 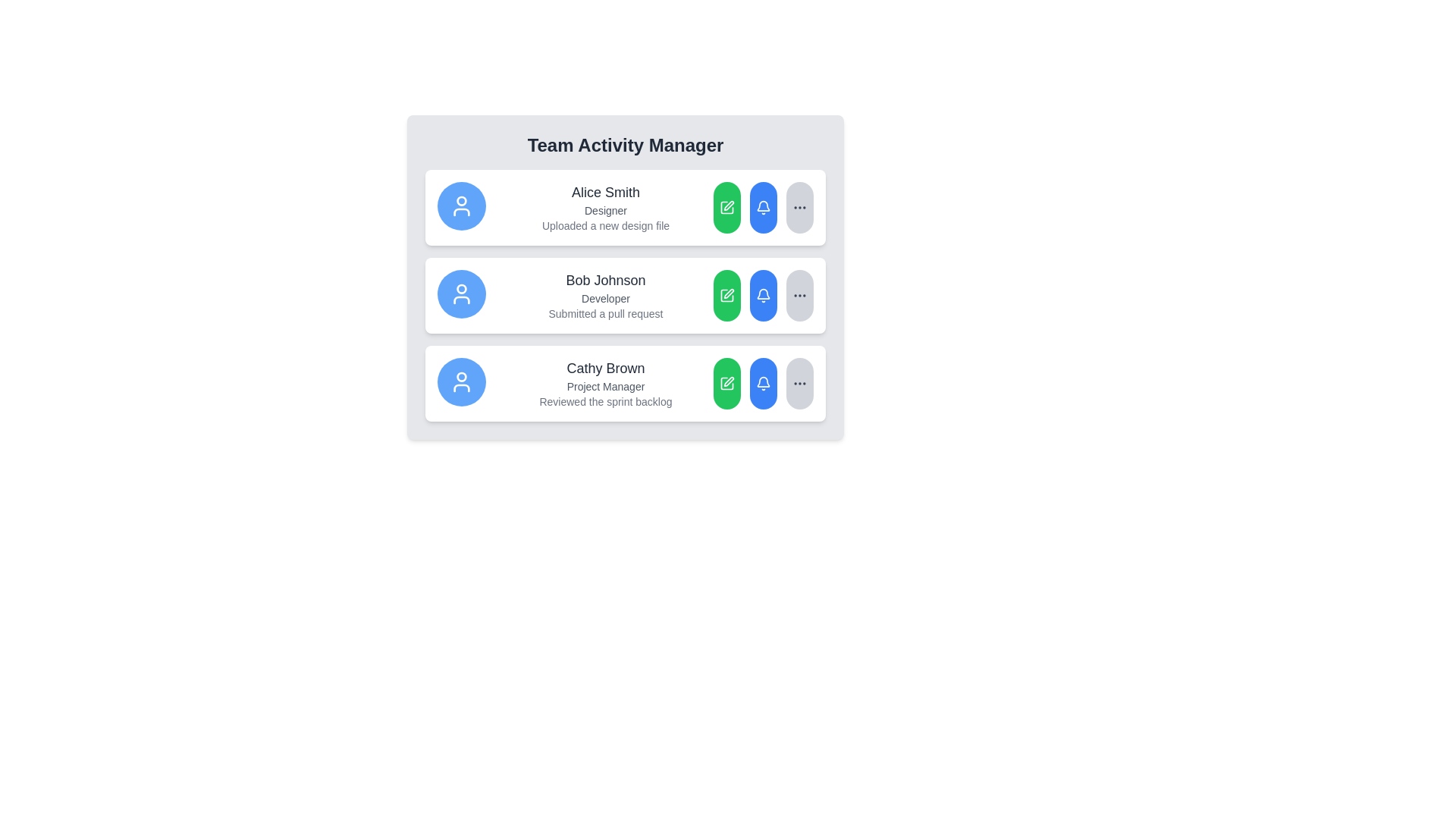 What do you see at coordinates (799, 207) in the screenshot?
I see `the 'more options' icon located at the far right side of the second row in the user activity display` at bounding box center [799, 207].